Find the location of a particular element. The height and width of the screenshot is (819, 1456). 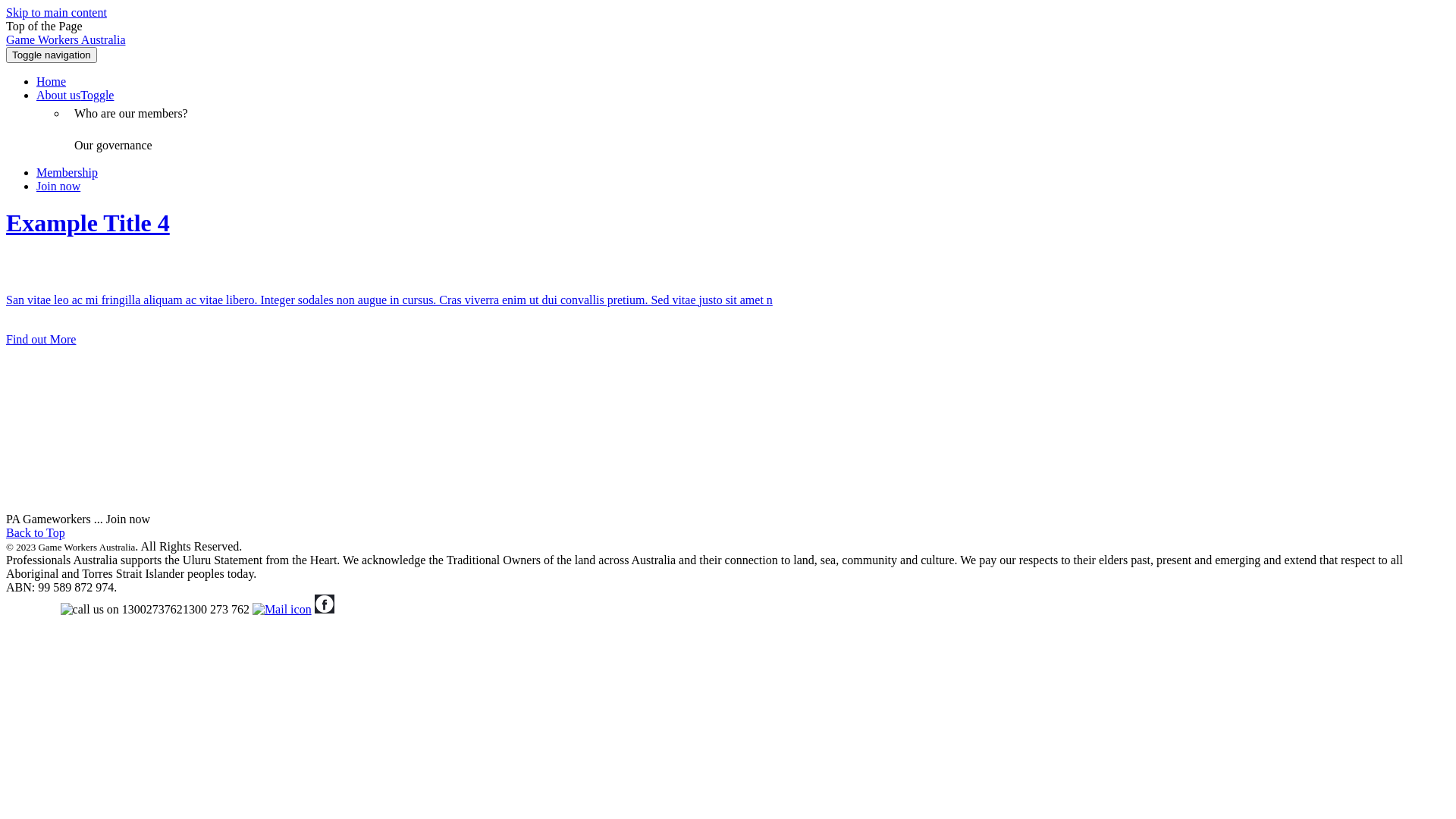

'Join now' is located at coordinates (58, 185).